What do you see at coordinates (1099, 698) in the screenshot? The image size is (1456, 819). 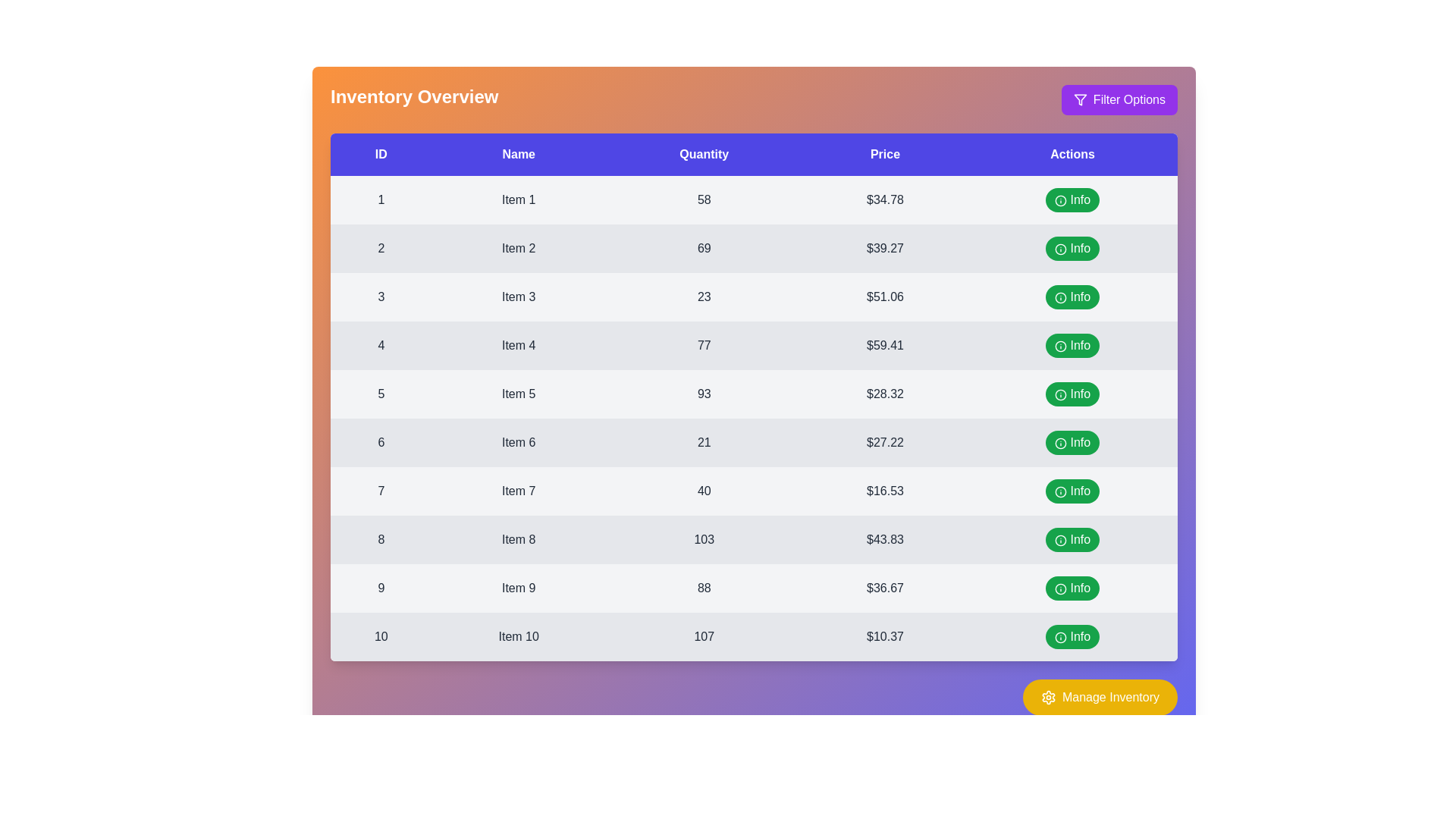 I see `'Manage Inventory' button to access inventory management` at bounding box center [1099, 698].